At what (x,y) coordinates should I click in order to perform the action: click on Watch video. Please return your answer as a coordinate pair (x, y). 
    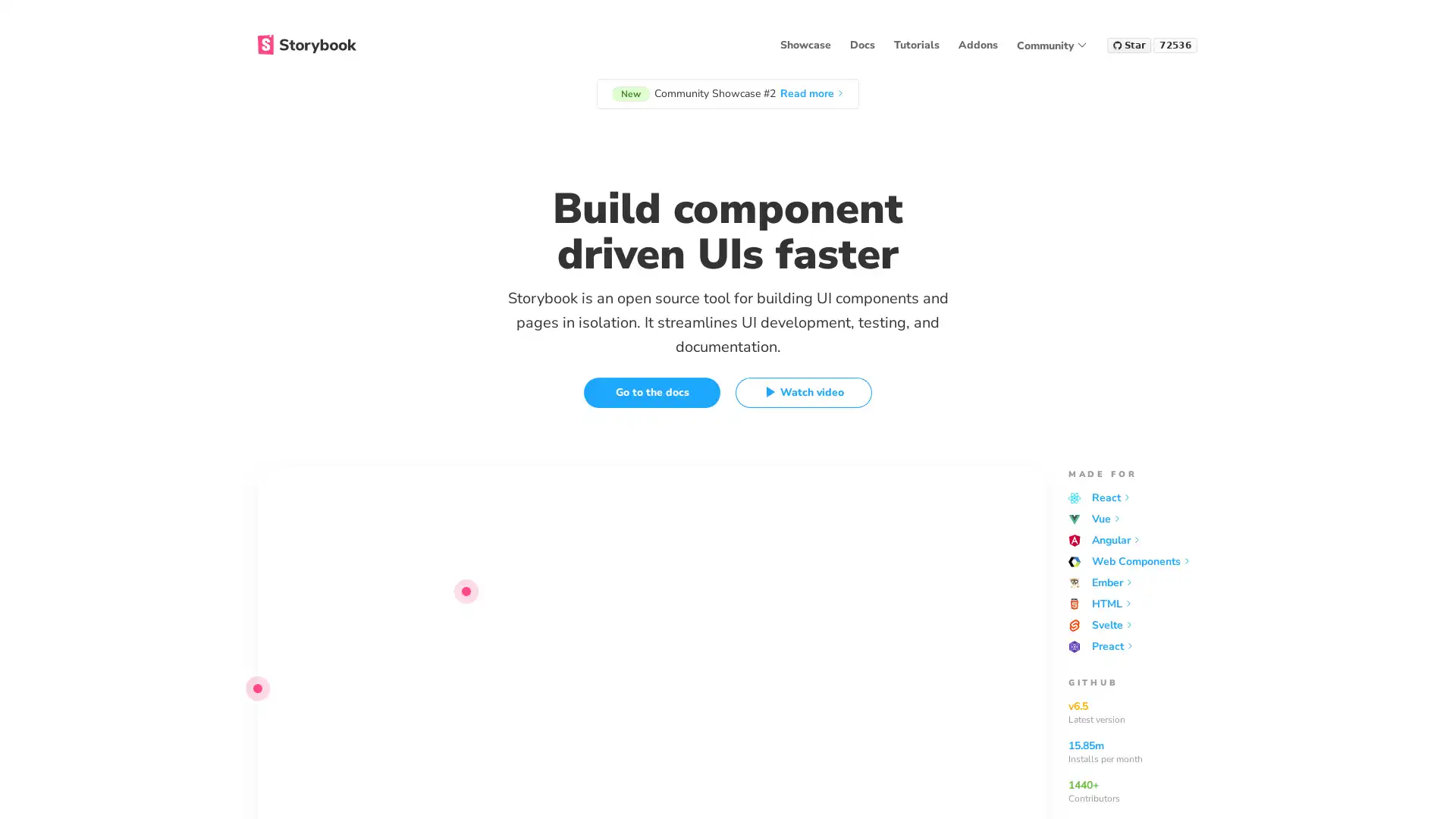
    Looking at the image, I should click on (803, 391).